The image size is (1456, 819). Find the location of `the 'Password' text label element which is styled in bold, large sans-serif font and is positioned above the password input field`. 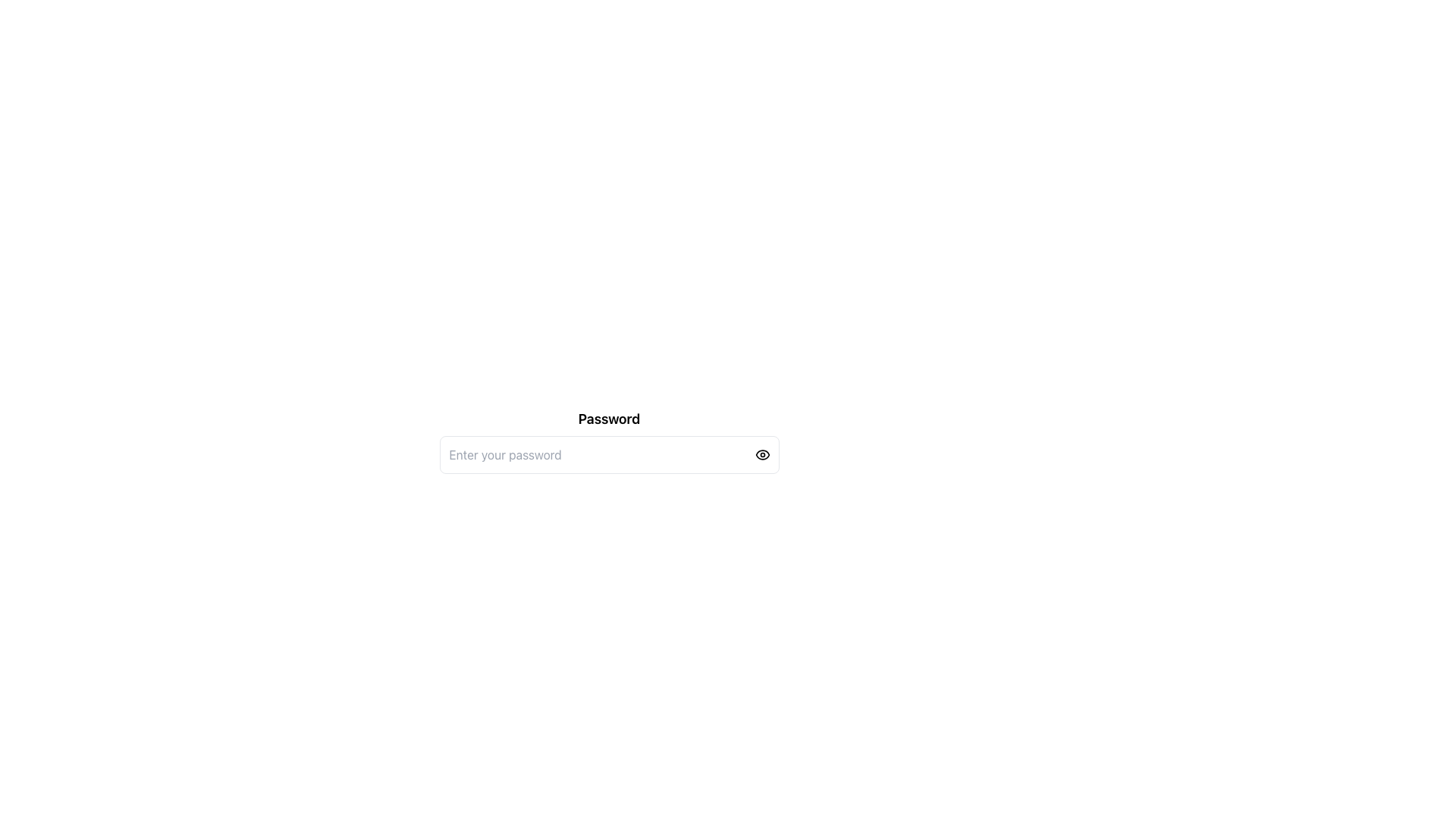

the 'Password' text label element which is styled in bold, large sans-serif font and is positioned above the password input field is located at coordinates (609, 419).